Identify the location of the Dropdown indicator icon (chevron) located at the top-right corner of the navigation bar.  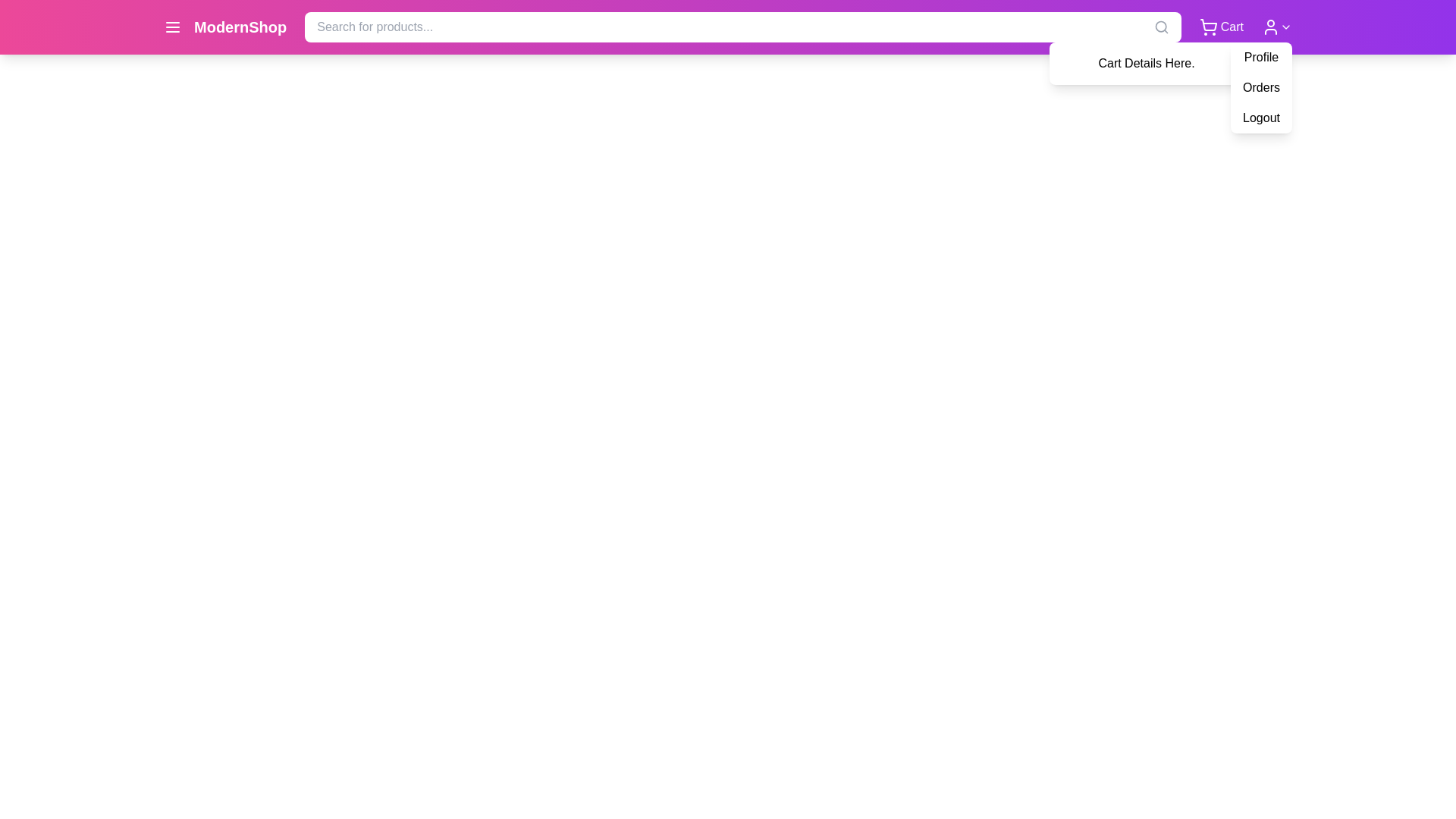
(1285, 27).